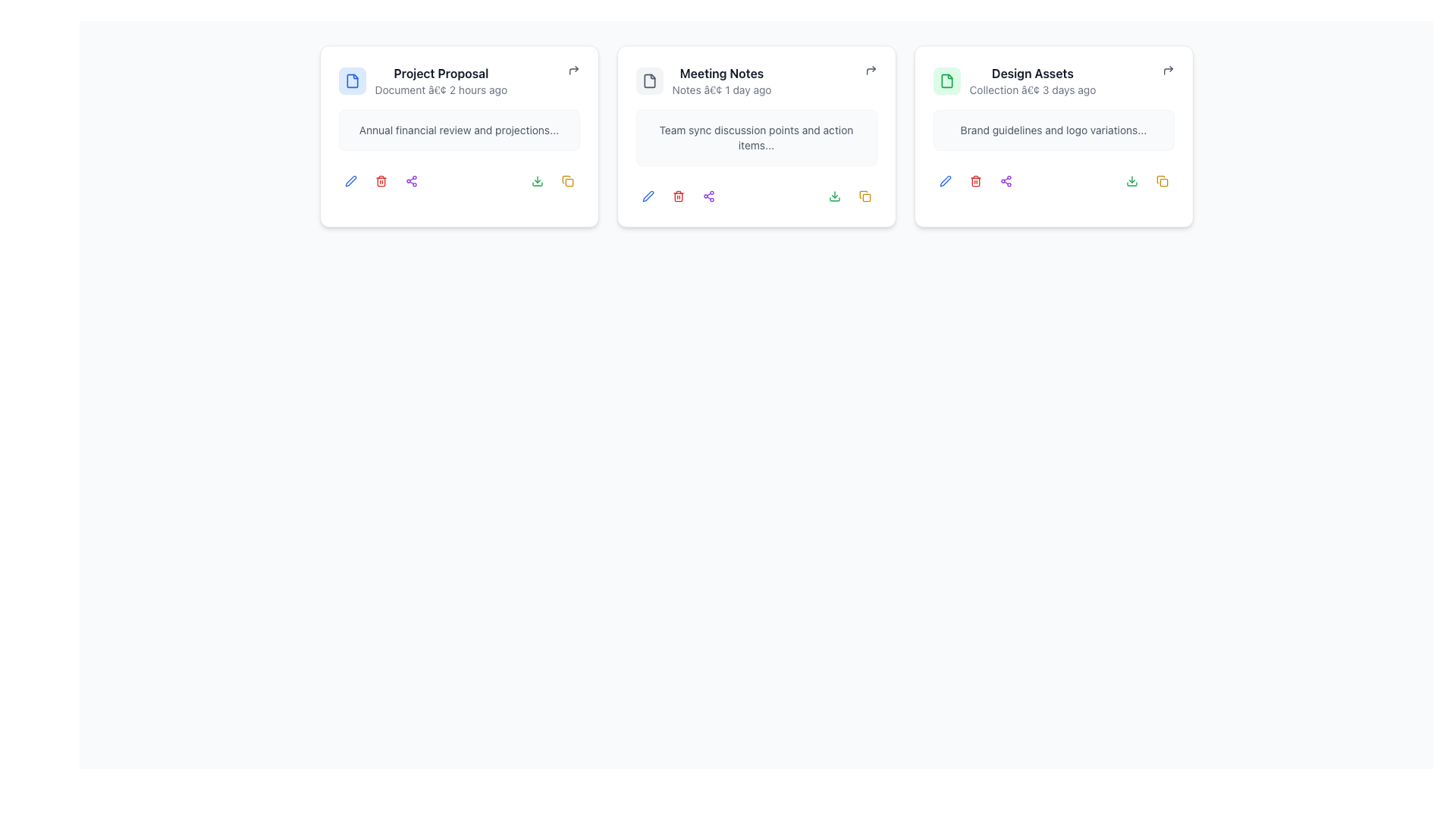  I want to click on the text block displaying the summary of discussion points and action items for the team sync meeting, located in the 'Meeting Notes' card beneath the header, so click(756, 137).